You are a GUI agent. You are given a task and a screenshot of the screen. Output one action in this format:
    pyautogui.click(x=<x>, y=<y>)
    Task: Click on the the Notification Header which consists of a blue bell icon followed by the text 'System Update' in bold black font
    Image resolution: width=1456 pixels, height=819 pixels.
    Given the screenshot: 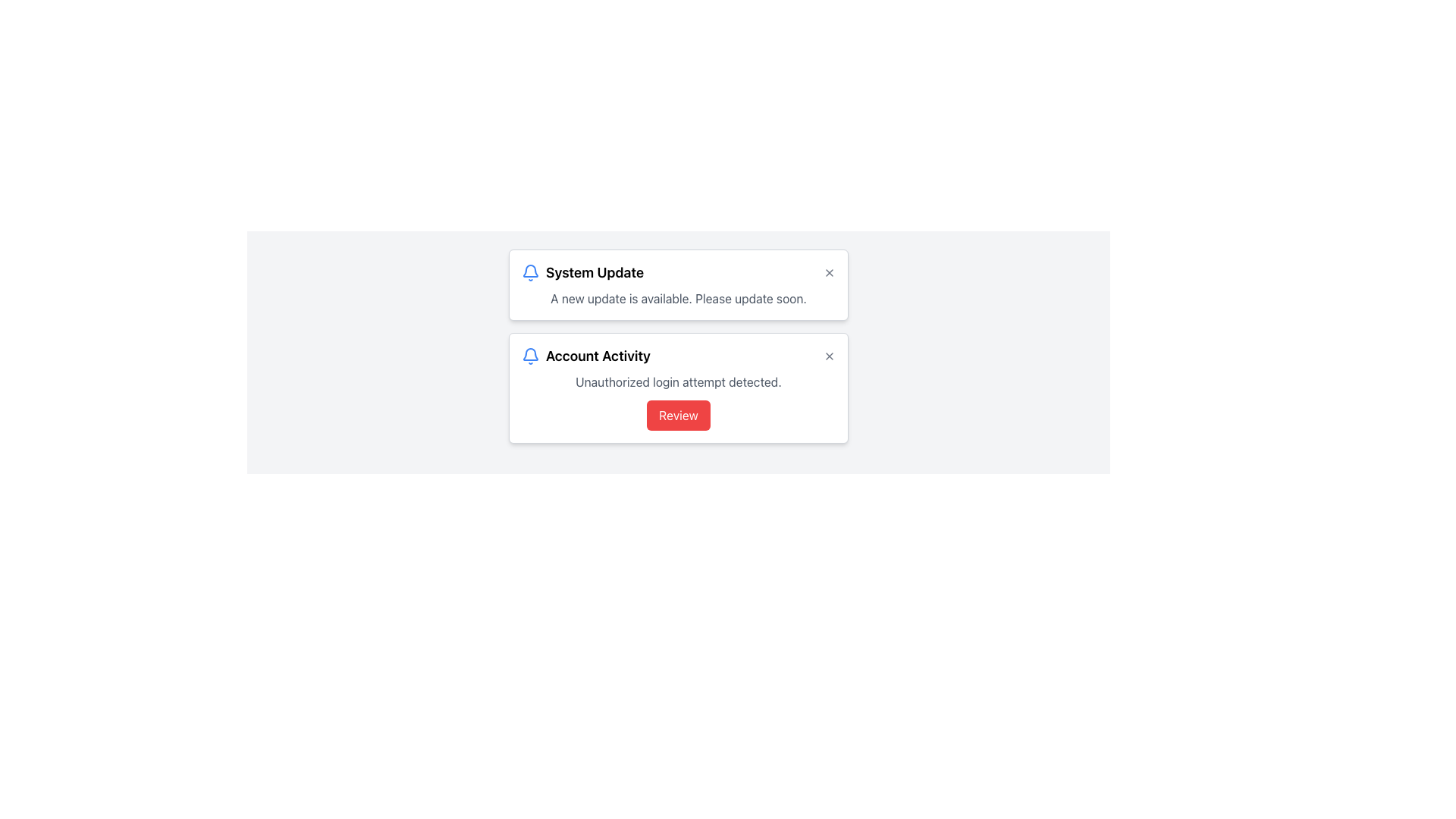 What is the action you would take?
    pyautogui.click(x=582, y=271)
    